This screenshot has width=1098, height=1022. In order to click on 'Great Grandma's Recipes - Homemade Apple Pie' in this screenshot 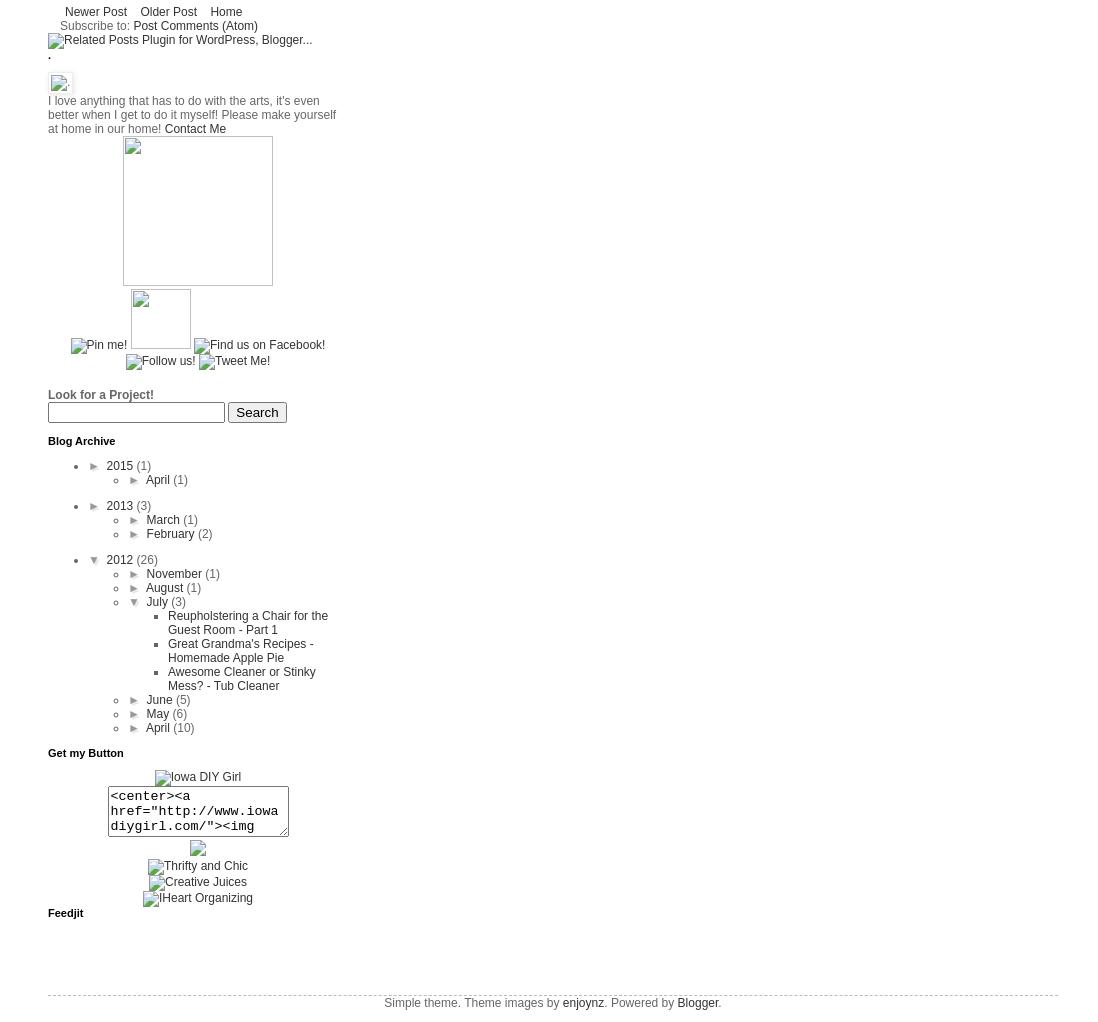, I will do `click(239, 651)`.